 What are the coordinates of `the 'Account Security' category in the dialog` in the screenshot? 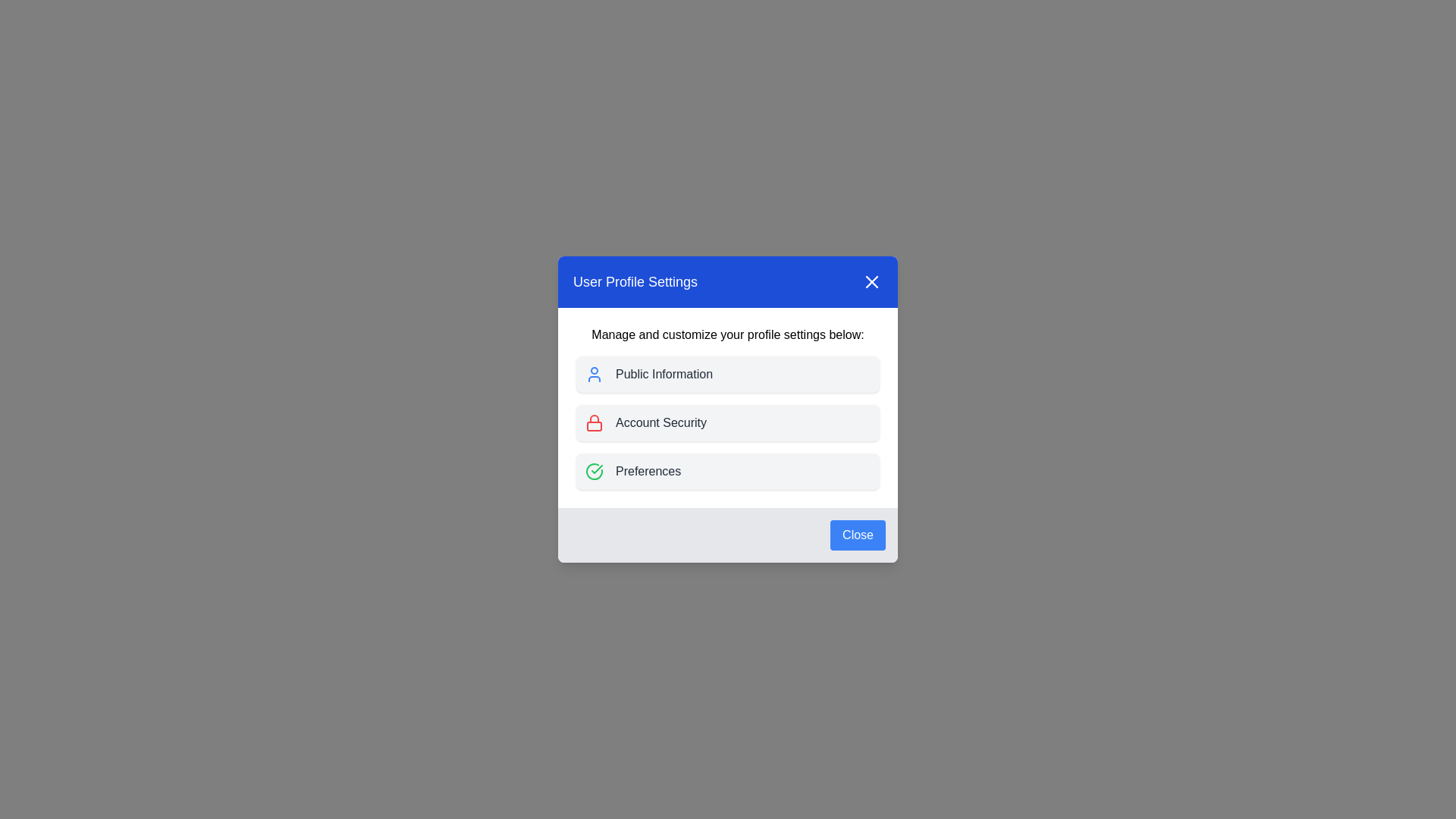 It's located at (728, 423).